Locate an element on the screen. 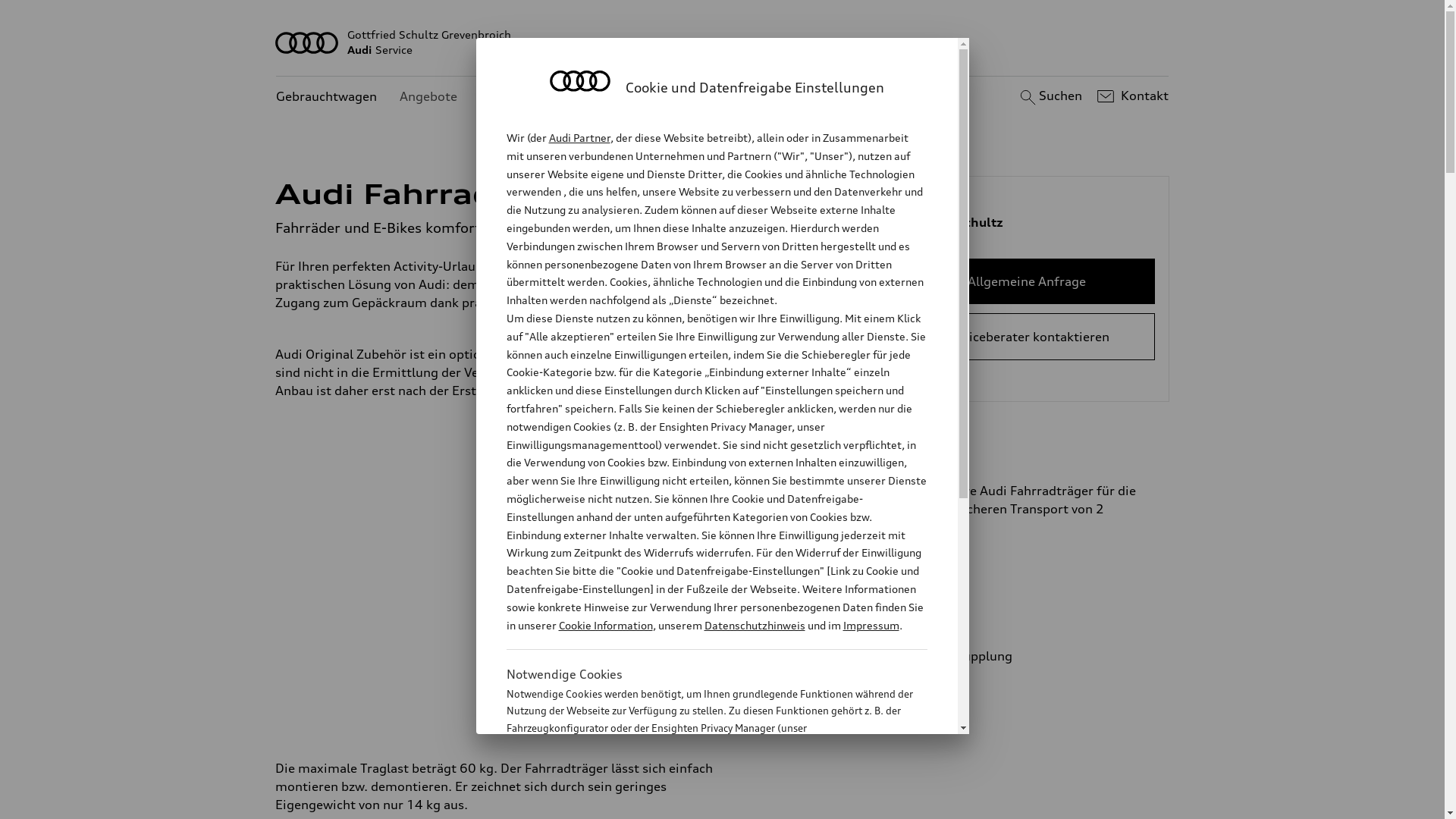 Image resolution: width=1456 pixels, height=819 pixels. 'Angebote' is located at coordinates (428, 96).